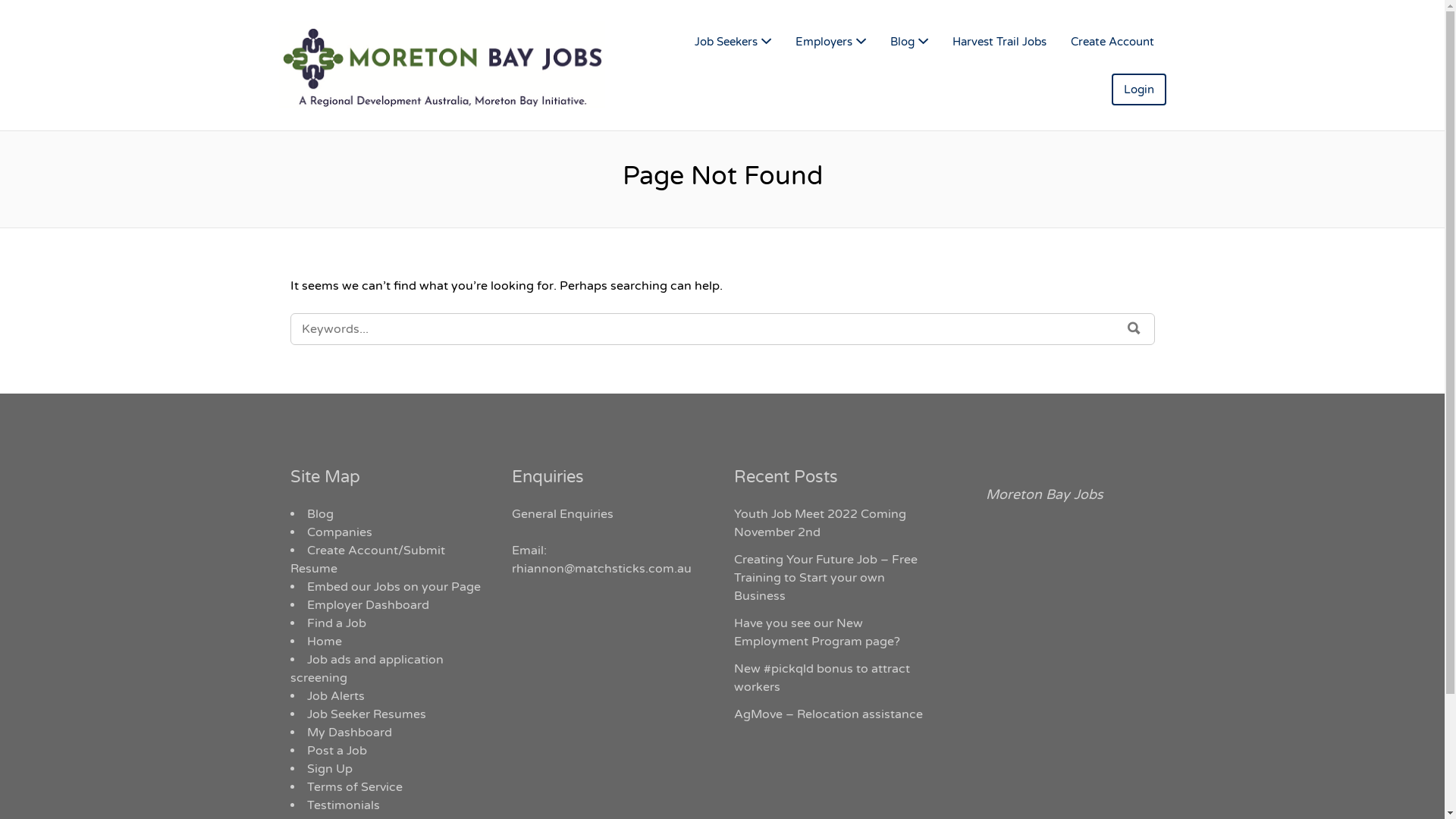  I want to click on 'Post a Job', so click(335, 751).